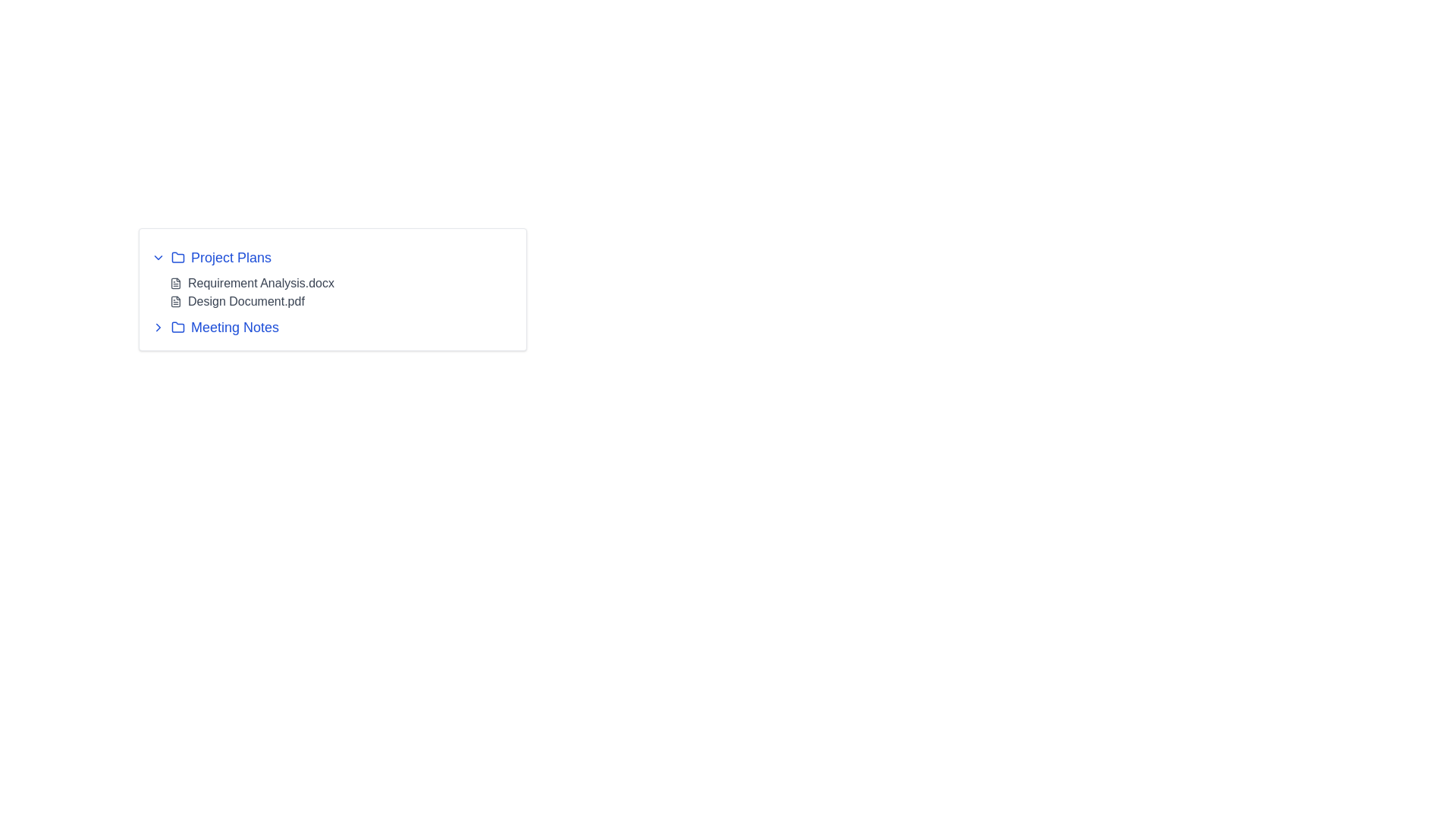 This screenshot has height=819, width=1456. I want to click on the SVG icon that visually represents the document file 'Design Document.pdf', located to the left of the text label within the 'Project Plans' section, so click(175, 301).